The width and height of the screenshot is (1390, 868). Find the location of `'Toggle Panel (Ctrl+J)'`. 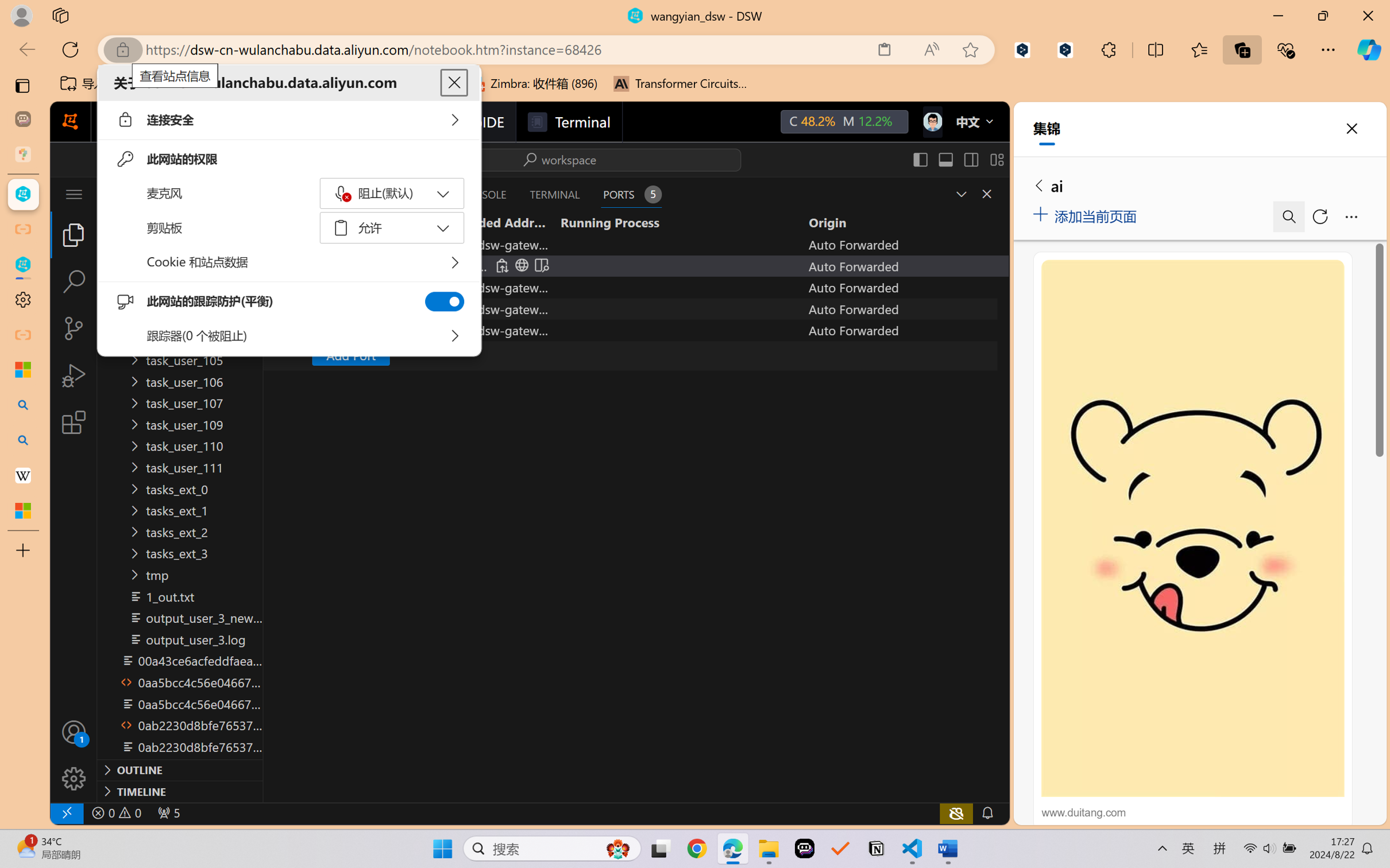

'Toggle Panel (Ctrl+J)' is located at coordinates (945, 159).